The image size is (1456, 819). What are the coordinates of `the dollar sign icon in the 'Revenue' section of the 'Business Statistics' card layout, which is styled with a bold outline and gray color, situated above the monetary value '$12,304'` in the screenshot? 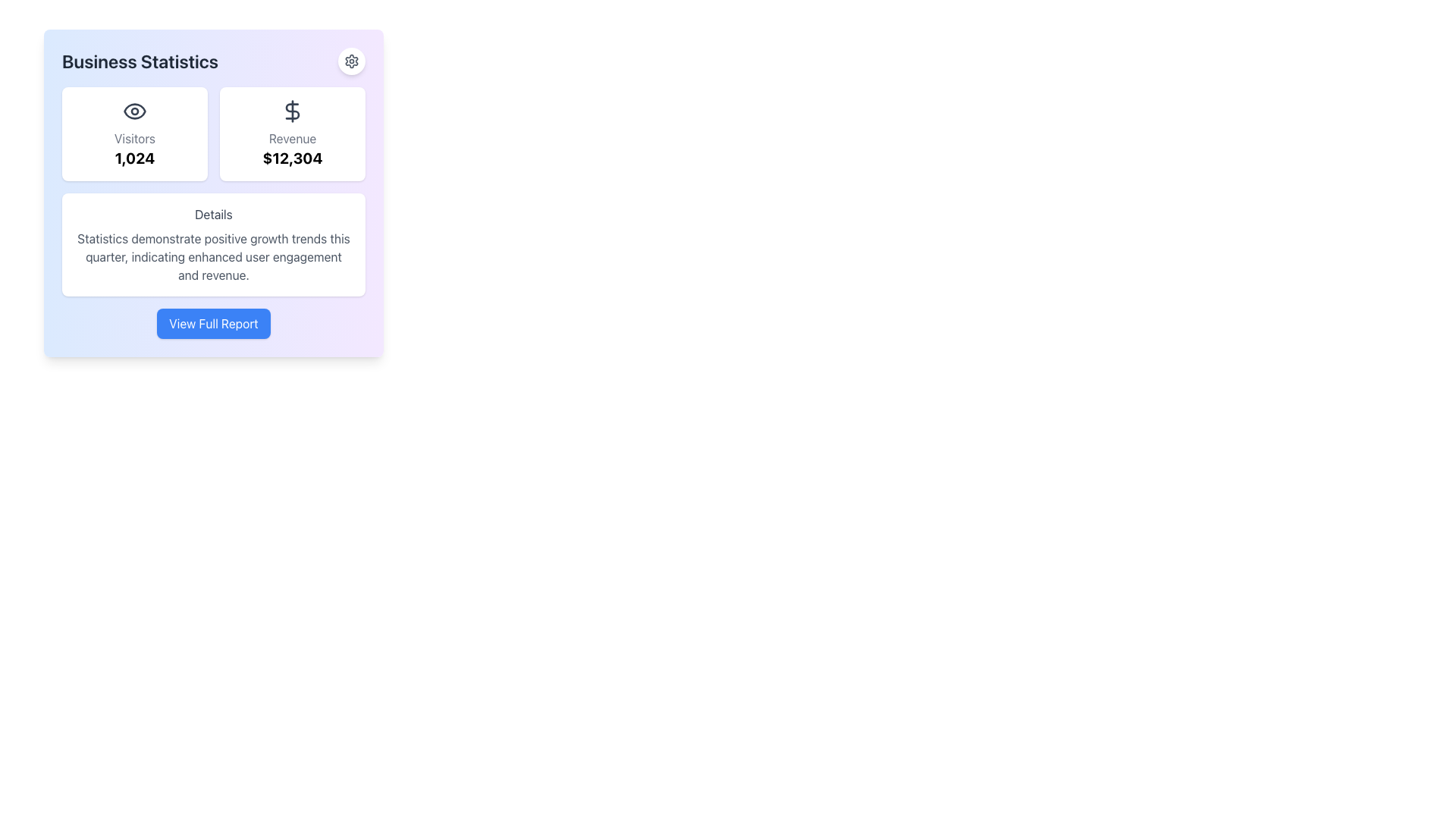 It's located at (292, 110).